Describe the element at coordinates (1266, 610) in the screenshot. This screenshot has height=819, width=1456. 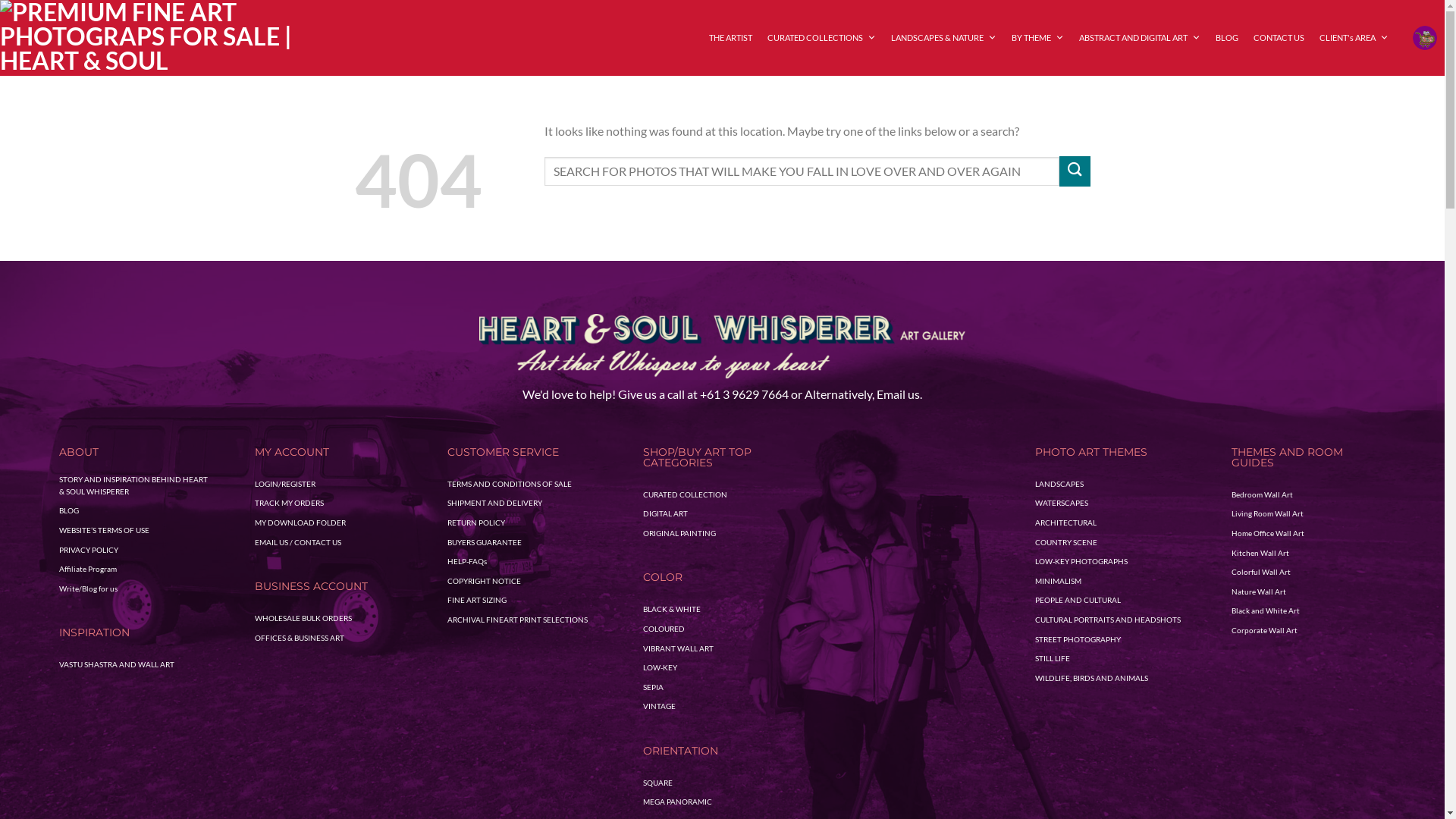
I see `'Black and White Art'` at that location.